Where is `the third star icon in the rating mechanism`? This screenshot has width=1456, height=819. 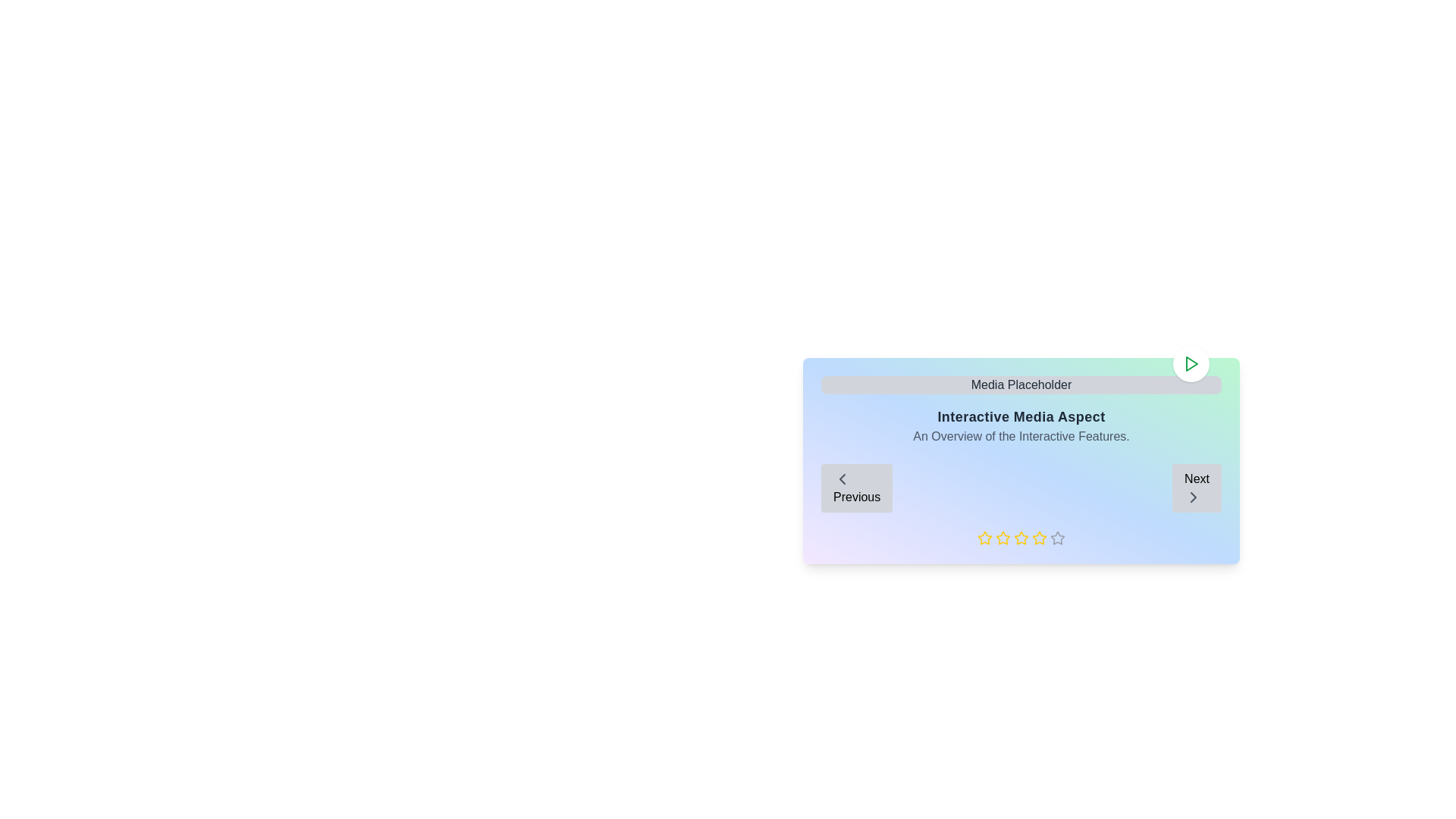
the third star icon in the rating mechanism is located at coordinates (1003, 537).